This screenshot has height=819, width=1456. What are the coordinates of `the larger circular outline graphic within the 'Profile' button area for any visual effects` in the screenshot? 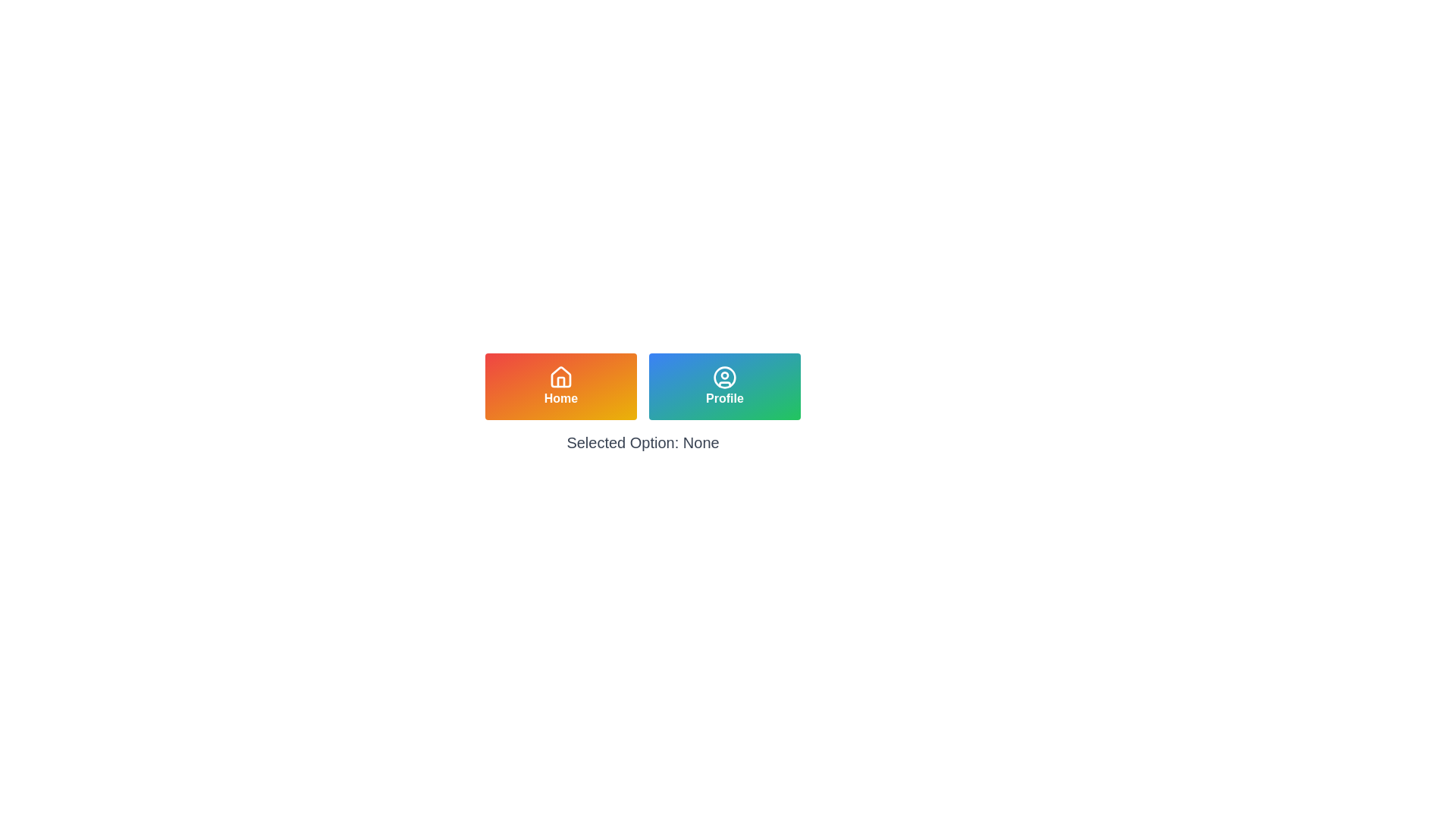 It's located at (723, 376).